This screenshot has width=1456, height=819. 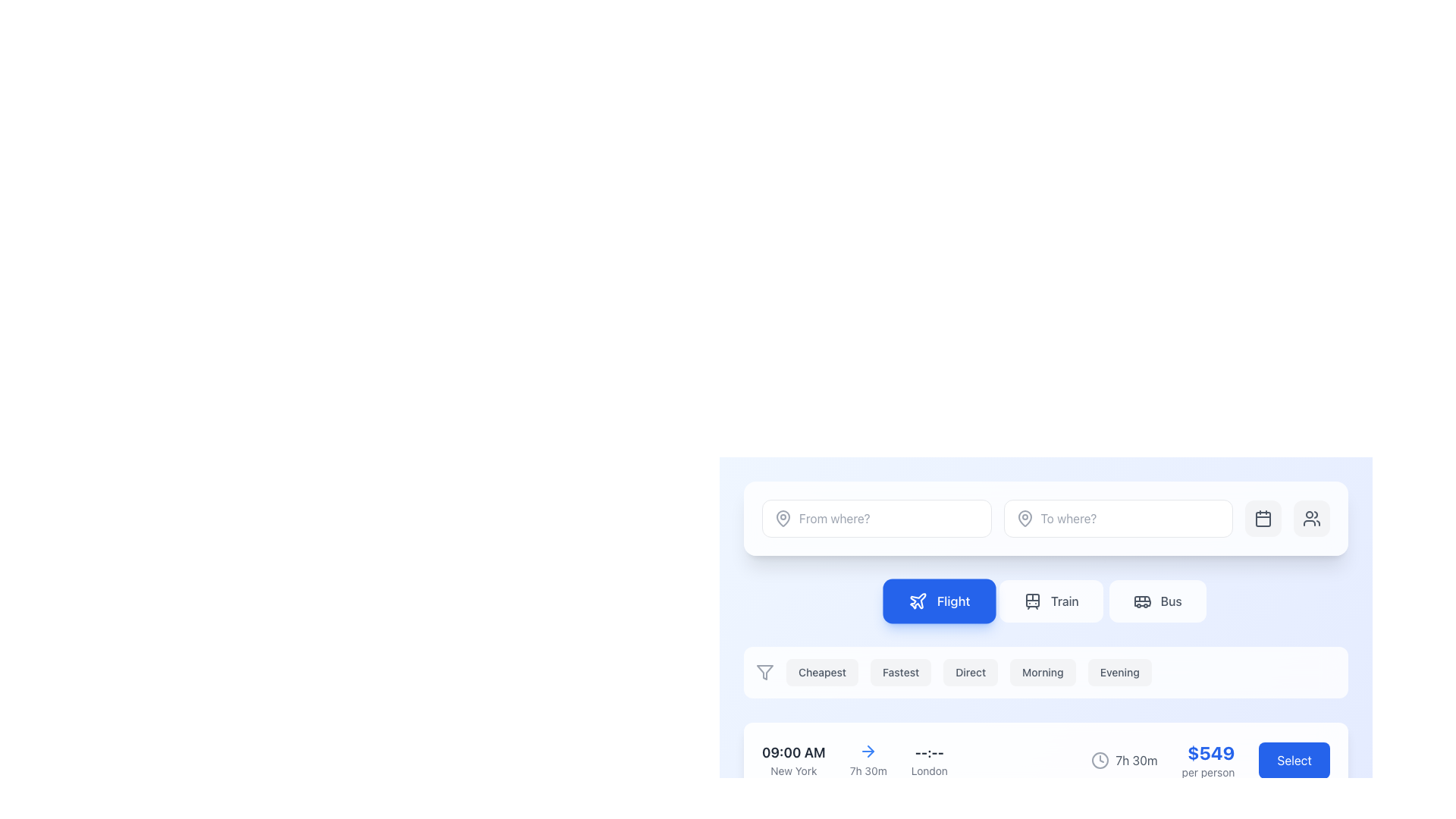 I want to click on the button that filters or selects items related to 'Evening', which is the sixth button in a horizontal group located below the selection tabs for 'Flight', 'Train', and 'Bus', so click(x=1119, y=672).